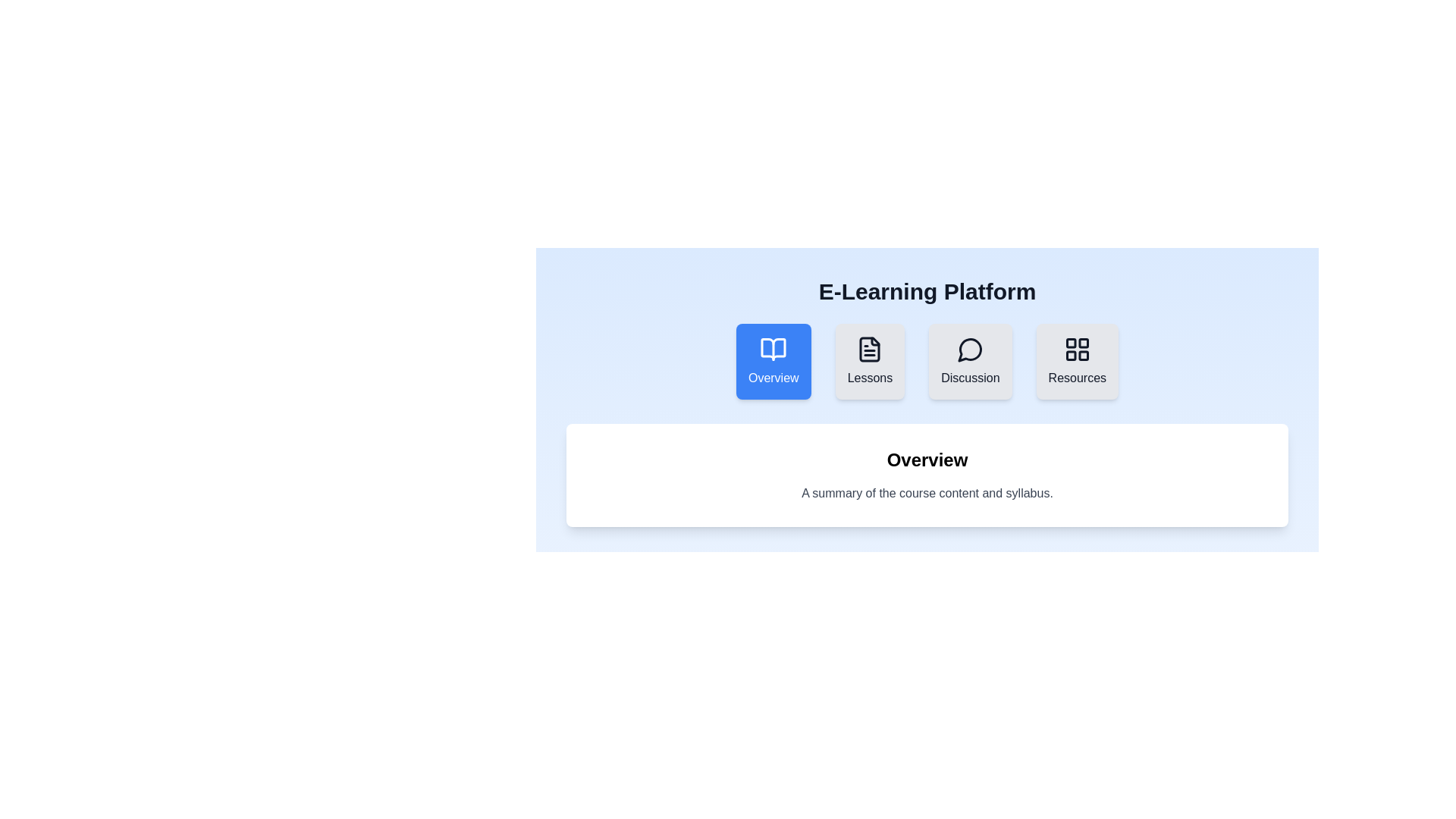 This screenshot has height=819, width=1456. I want to click on the Discussion tab to switch to its content, so click(969, 362).